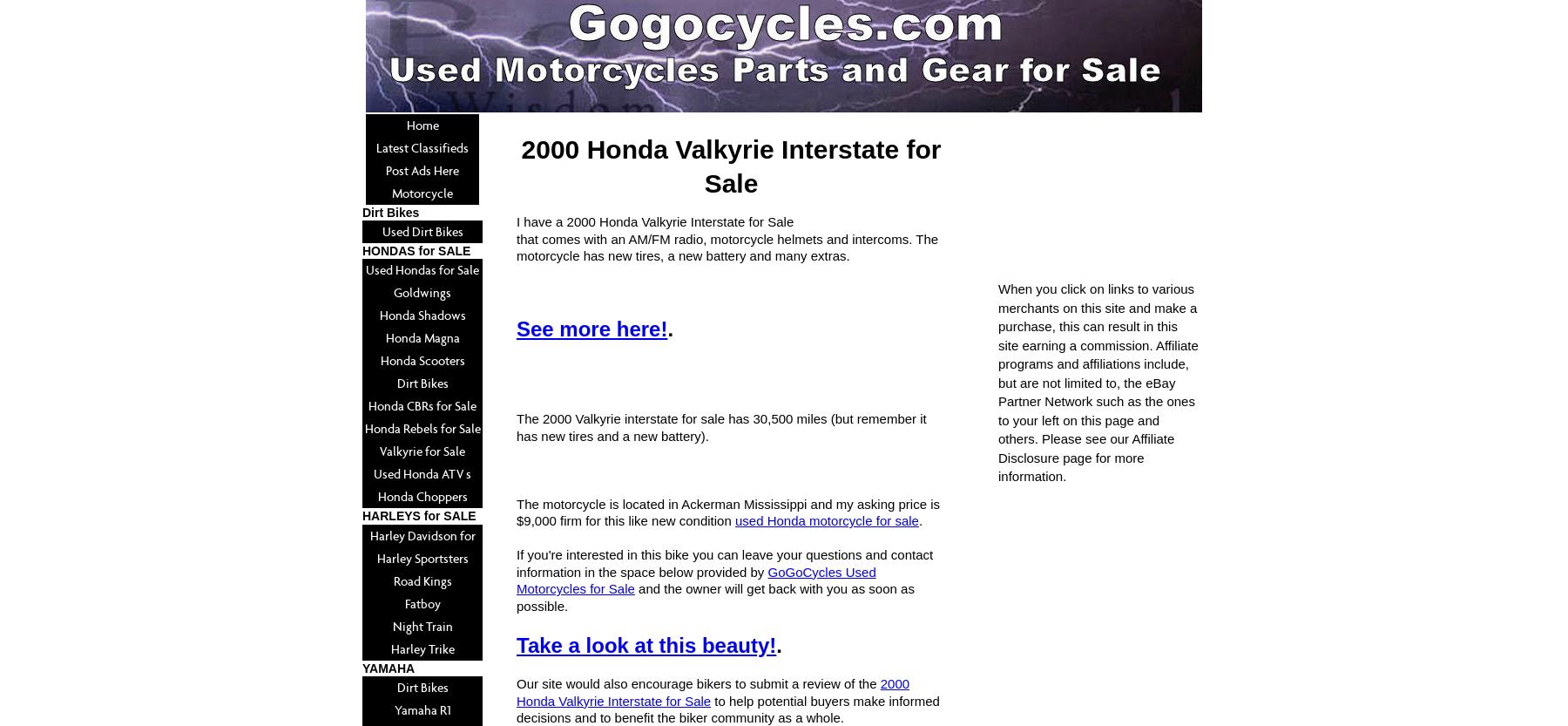 This screenshot has width=1568, height=726. What do you see at coordinates (516, 562) in the screenshot?
I see `'If you're interested in this bike you can leave your questions and contact information in the space below provided by'` at bounding box center [516, 562].